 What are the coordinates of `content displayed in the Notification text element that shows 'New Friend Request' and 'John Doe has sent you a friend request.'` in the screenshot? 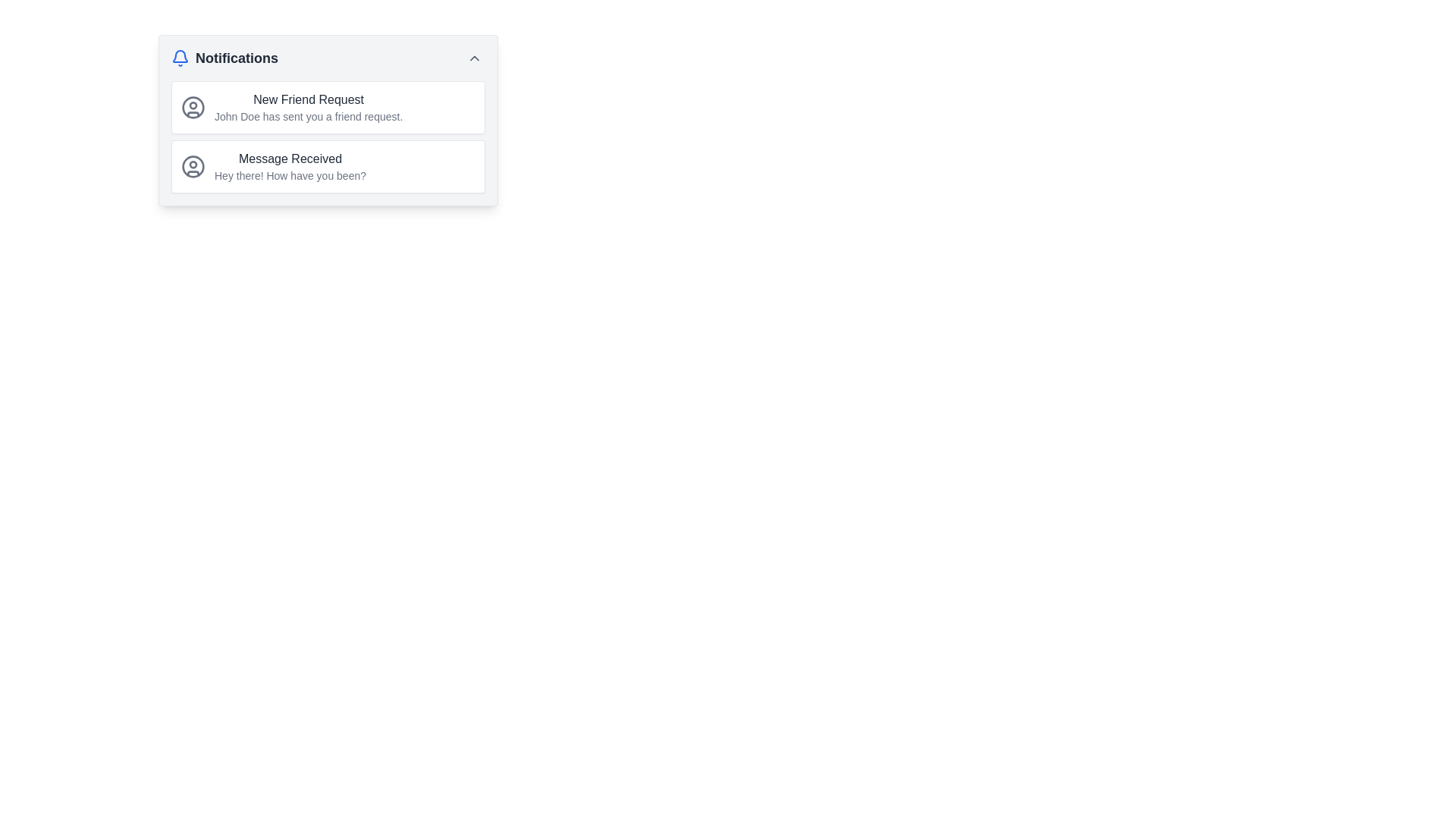 It's located at (308, 107).